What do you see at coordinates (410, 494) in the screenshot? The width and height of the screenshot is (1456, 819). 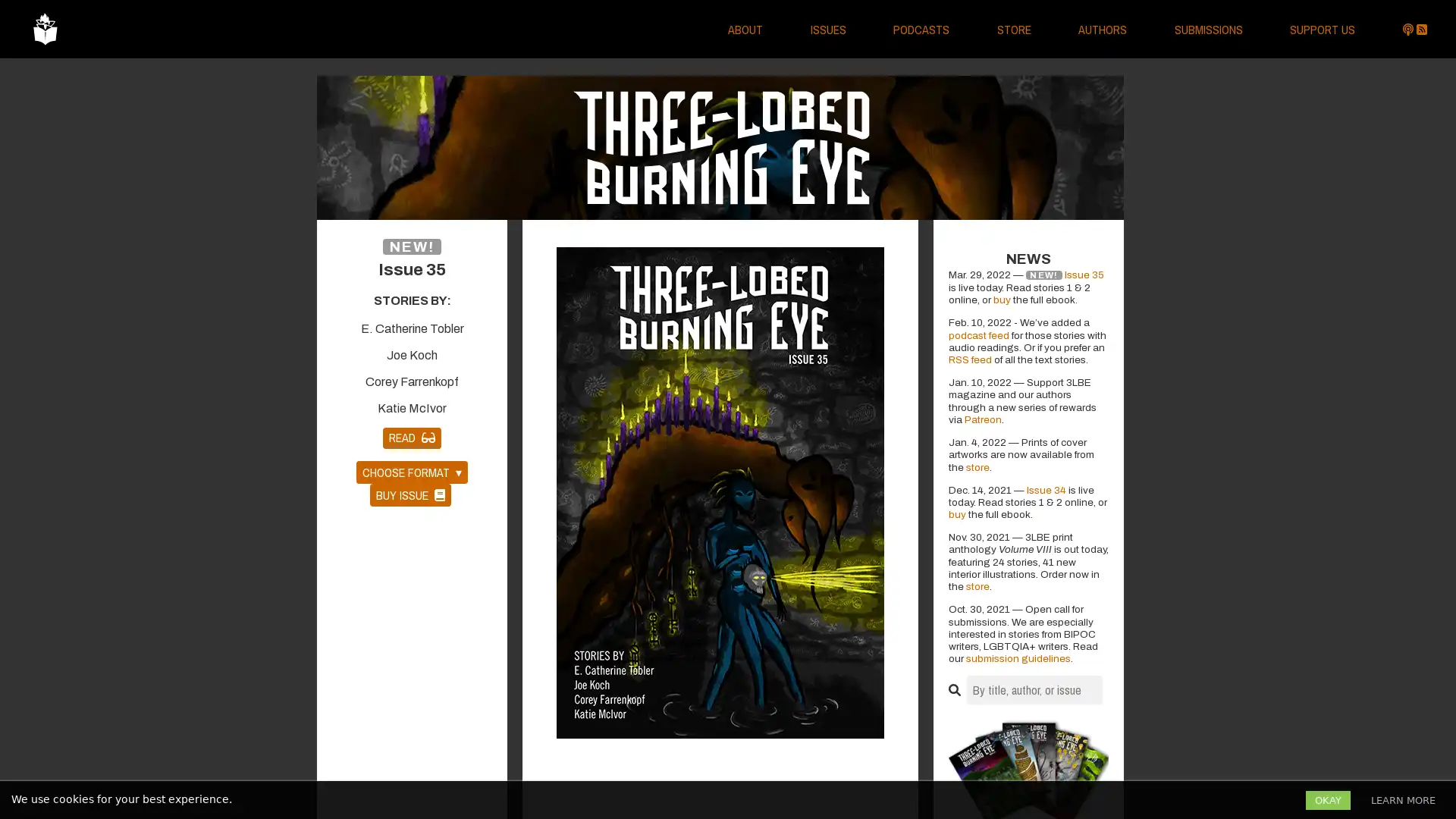 I see `BUY ISSUE` at bounding box center [410, 494].